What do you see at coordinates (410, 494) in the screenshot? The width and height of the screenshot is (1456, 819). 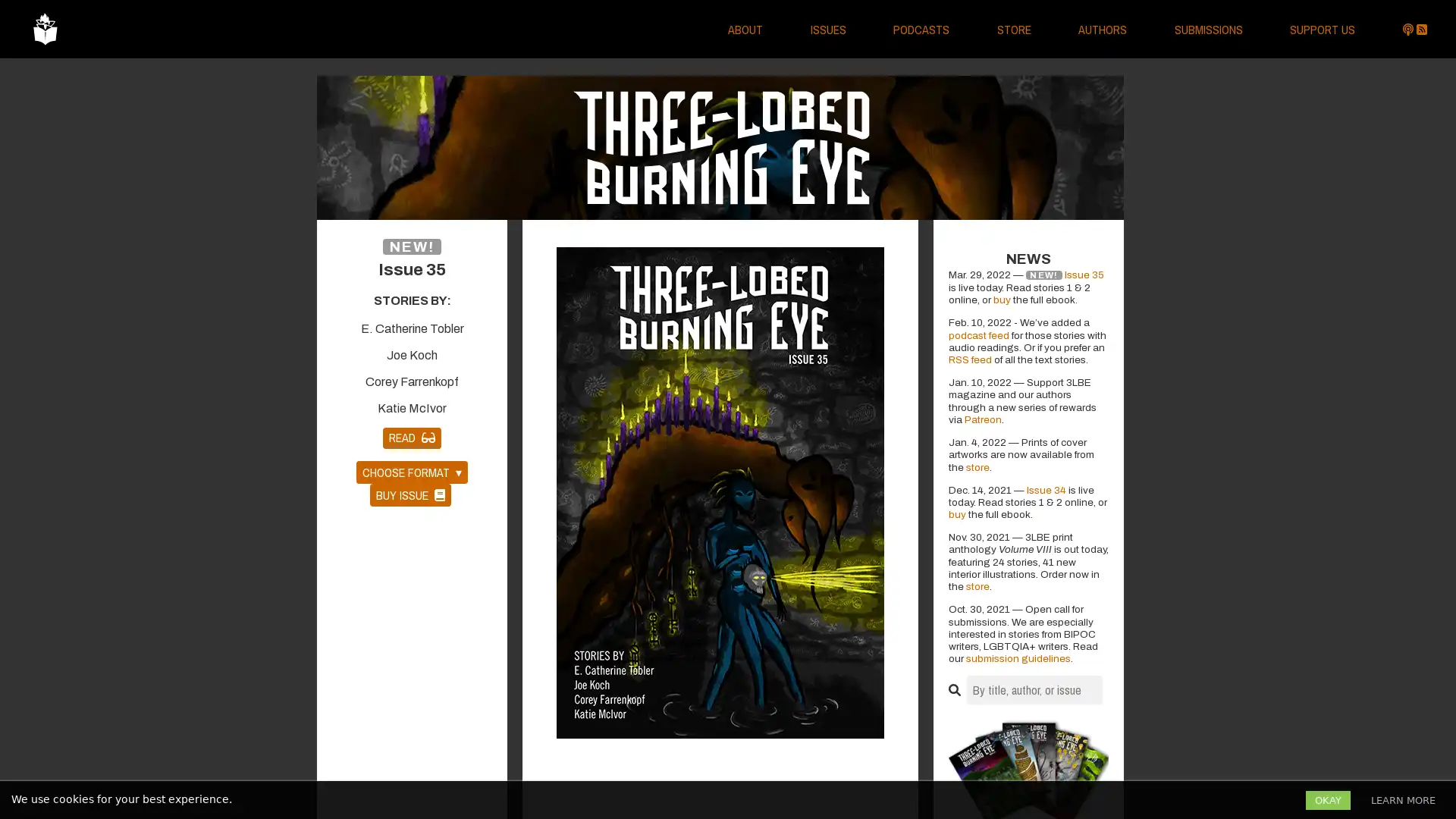 I see `BUY ISSUE` at bounding box center [410, 494].